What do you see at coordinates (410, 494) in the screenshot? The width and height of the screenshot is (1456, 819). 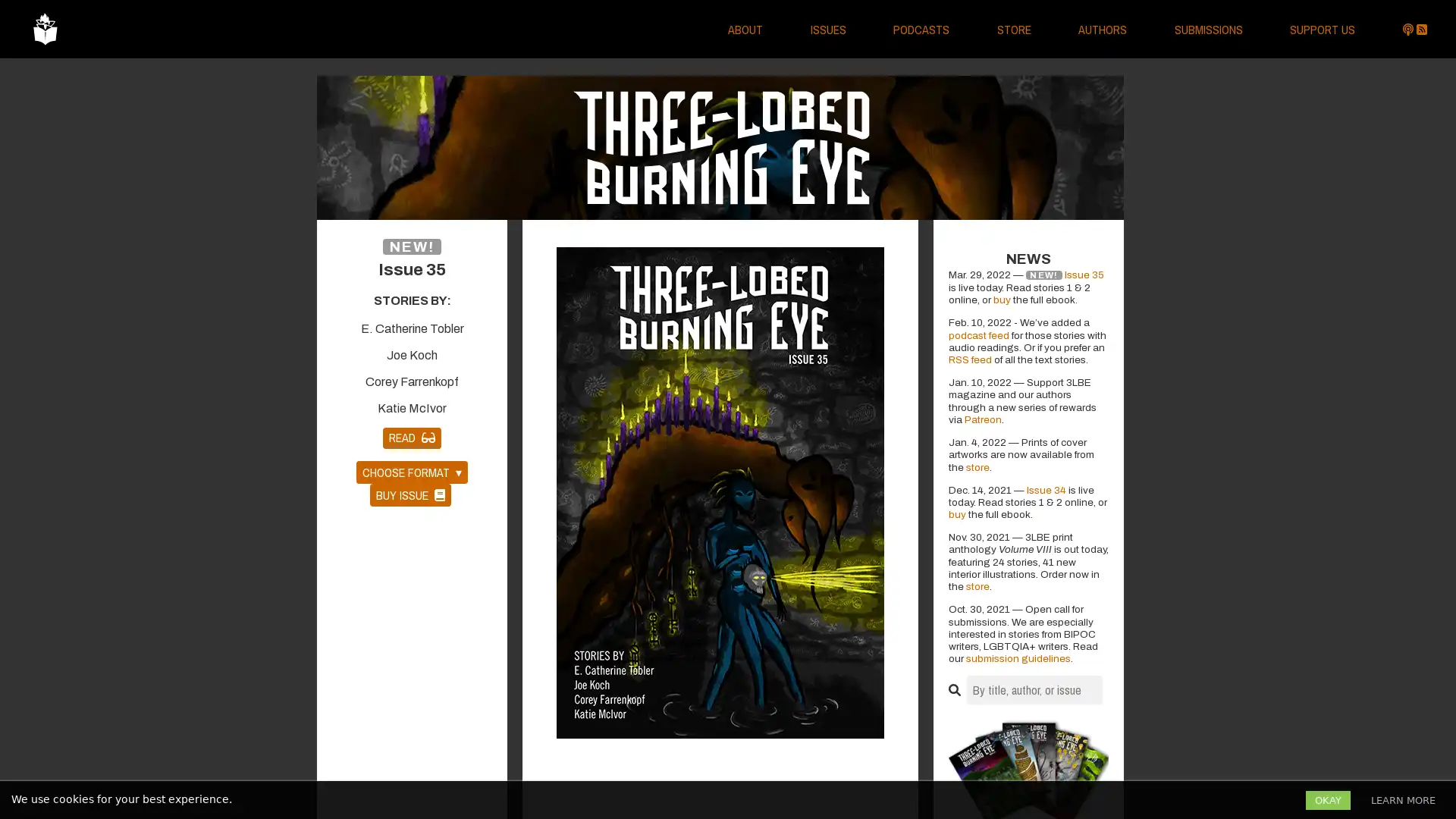 I see `BUY ISSUE` at bounding box center [410, 494].